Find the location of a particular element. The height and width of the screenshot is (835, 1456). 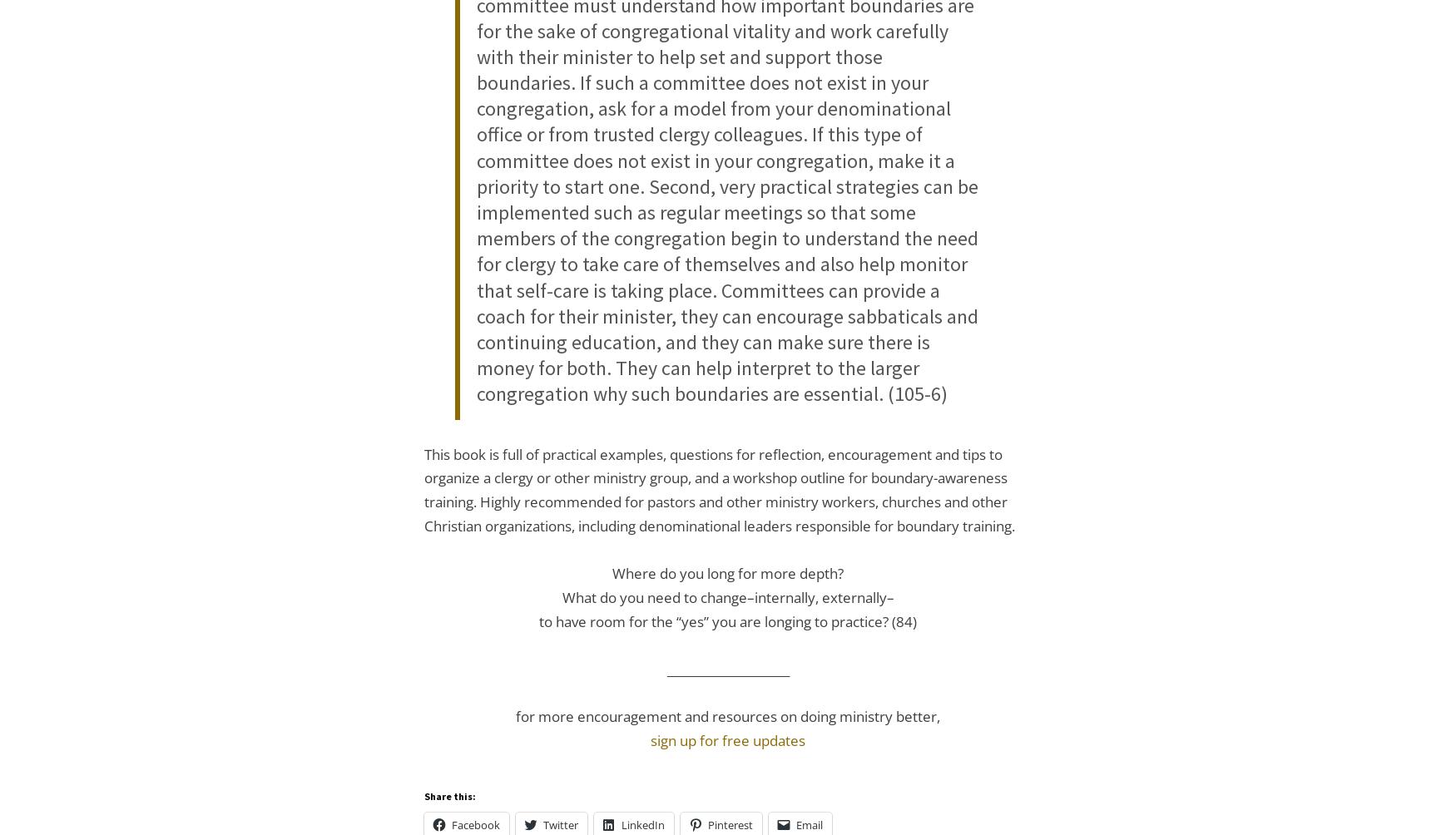

'Pinterest' is located at coordinates (729, 823).